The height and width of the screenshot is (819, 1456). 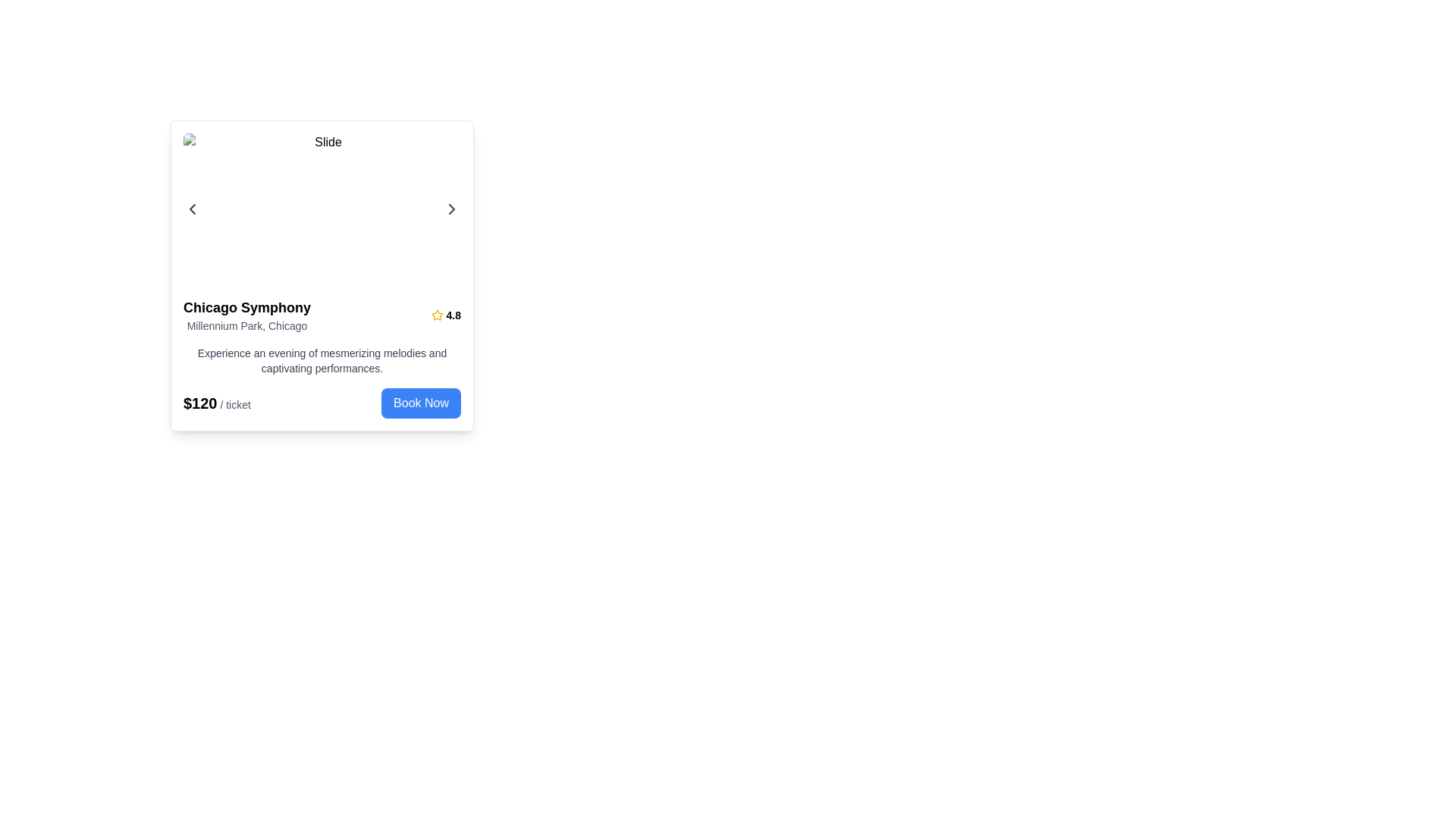 I want to click on the title and subtitle text label of the music-related event, located at the top-left of the card, above the descriptive paragraph and below the placeholder image, so click(x=247, y=315).